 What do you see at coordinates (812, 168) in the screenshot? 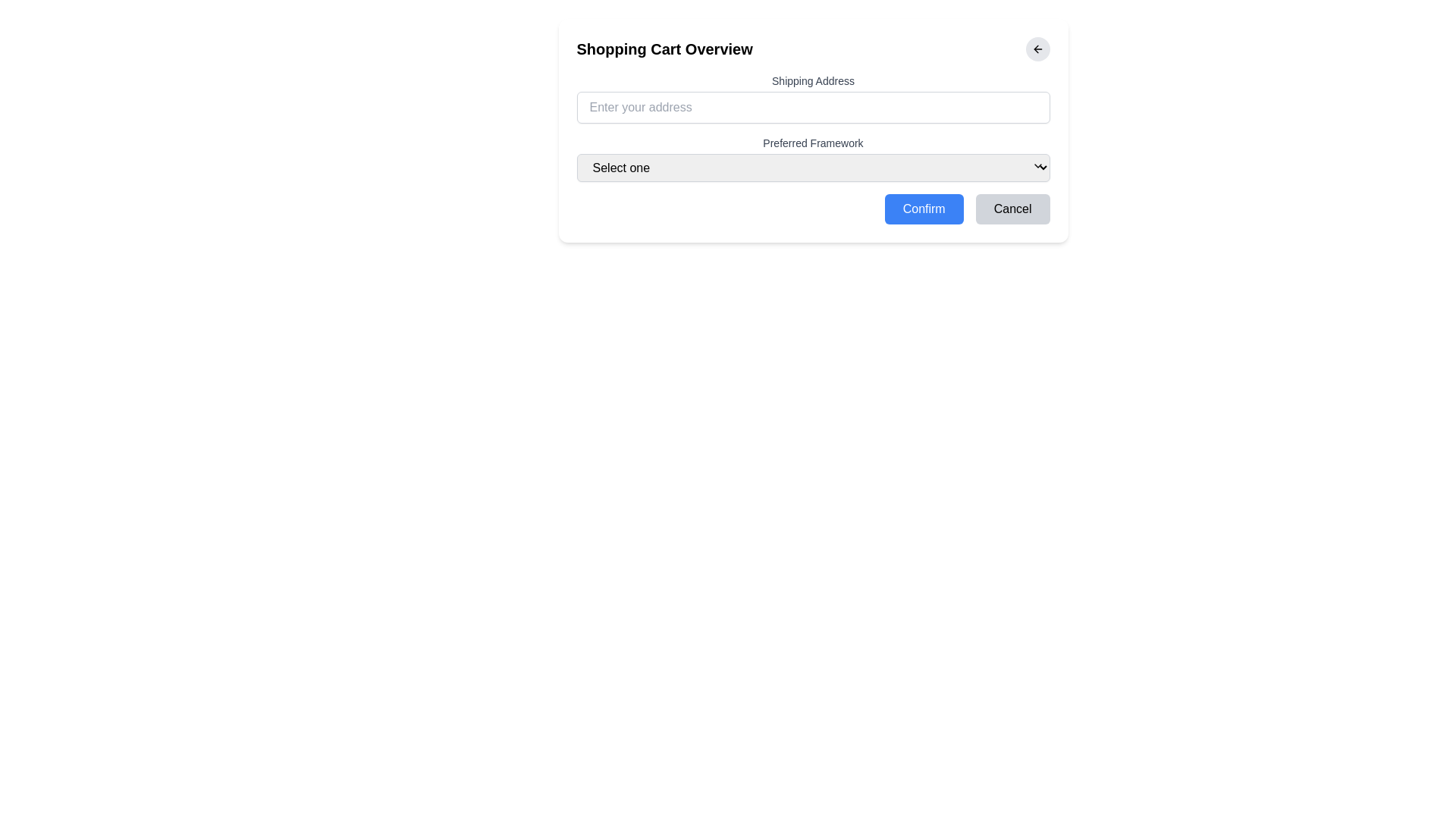
I see `the 'Preferred Framework' dropdown menu by tabbing to it, which is visually represented by a light gray background with 'Select one' text and a downward arrow` at bounding box center [812, 168].